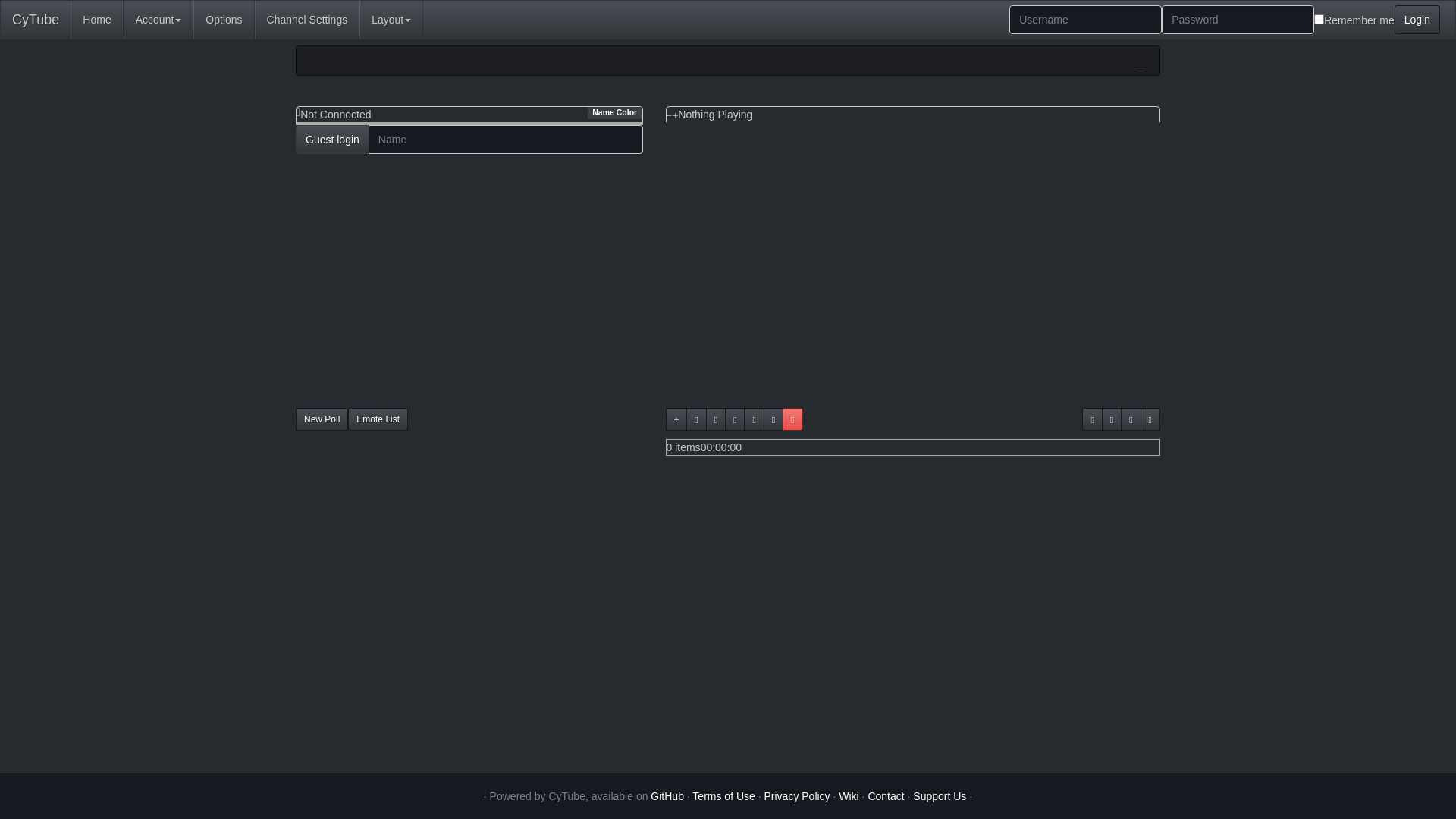 The image size is (1456, 819). What do you see at coordinates (764, 419) in the screenshot?
I see `'Shuffle the playlist'` at bounding box center [764, 419].